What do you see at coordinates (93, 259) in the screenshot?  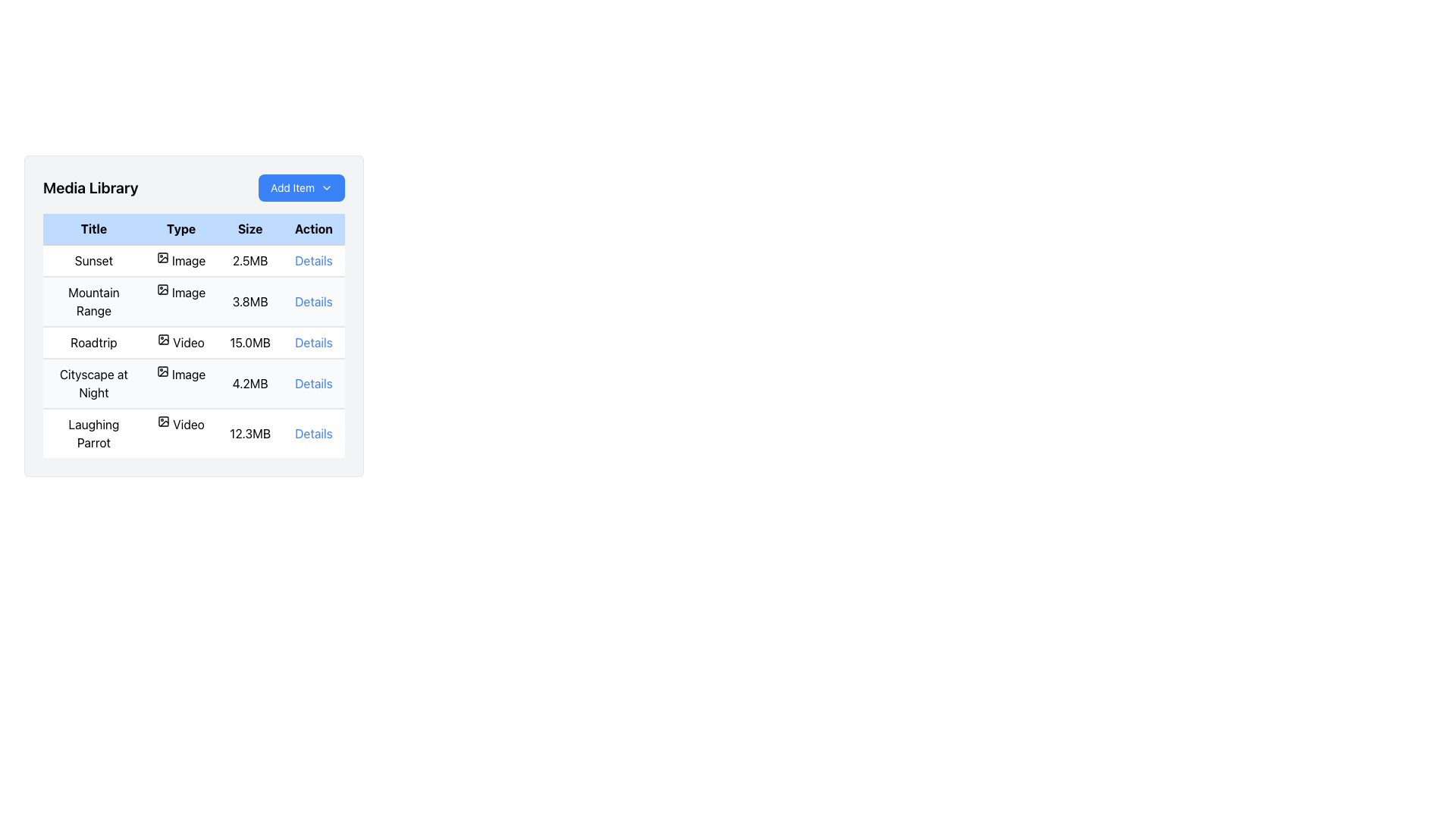 I see `the text label displaying 'Sunset - Image - 2.5MB - Details' located in the first cell of the first row under the 'Title' column in the table` at bounding box center [93, 259].